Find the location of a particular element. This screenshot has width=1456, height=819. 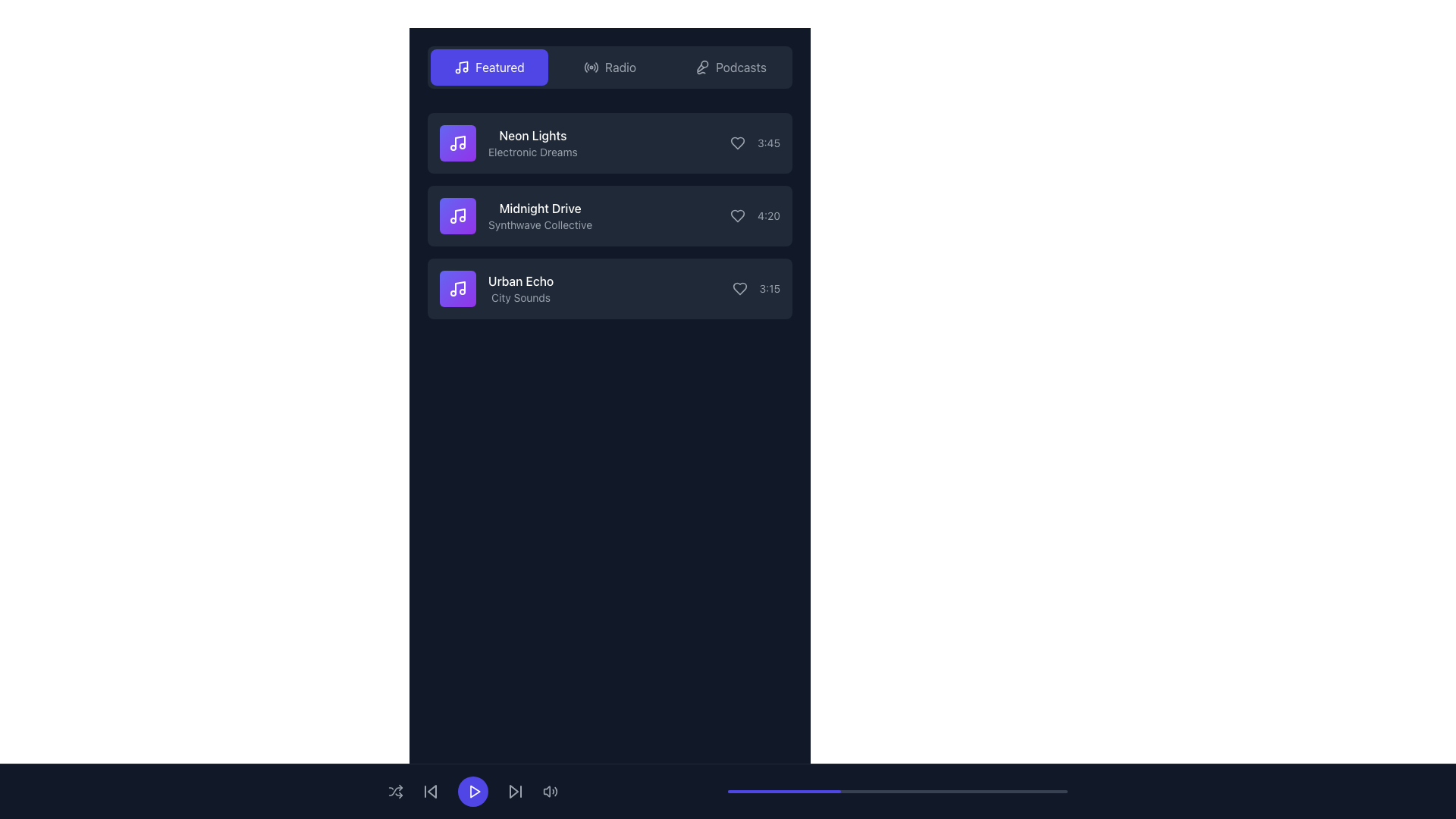

the 'Featured' text label, which is displayed in white font on a blue rounded rectangular background, located in the top-left corner of the main content area next to a music icon is located at coordinates (500, 66).